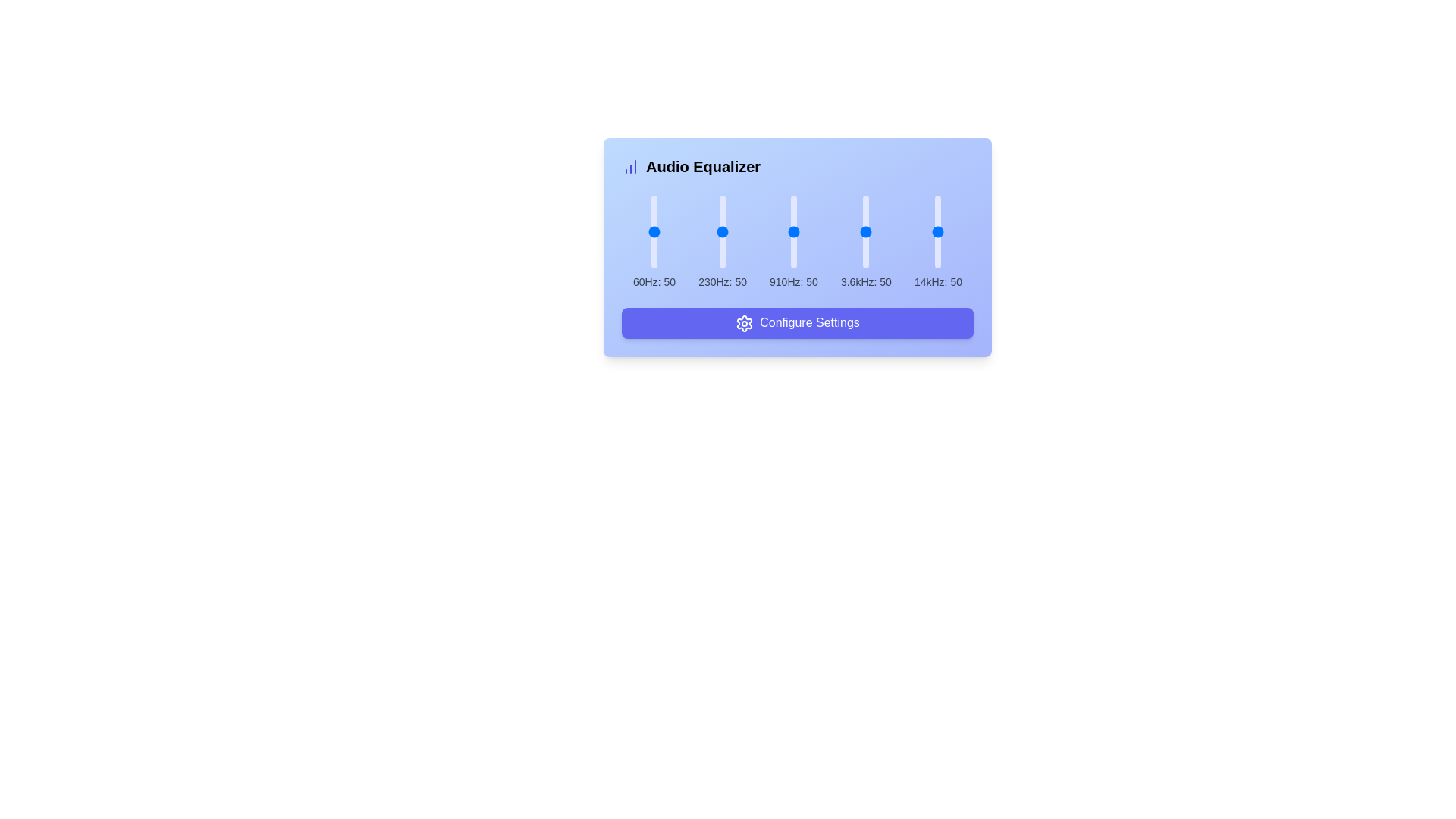 The width and height of the screenshot is (1456, 819). What do you see at coordinates (937, 281) in the screenshot?
I see `the text label displaying '14kHz: 50', which is styled with a small font size, medium weight, and gray color, located directly below the corresponding vertical slider in the audio equalizer interface` at bounding box center [937, 281].